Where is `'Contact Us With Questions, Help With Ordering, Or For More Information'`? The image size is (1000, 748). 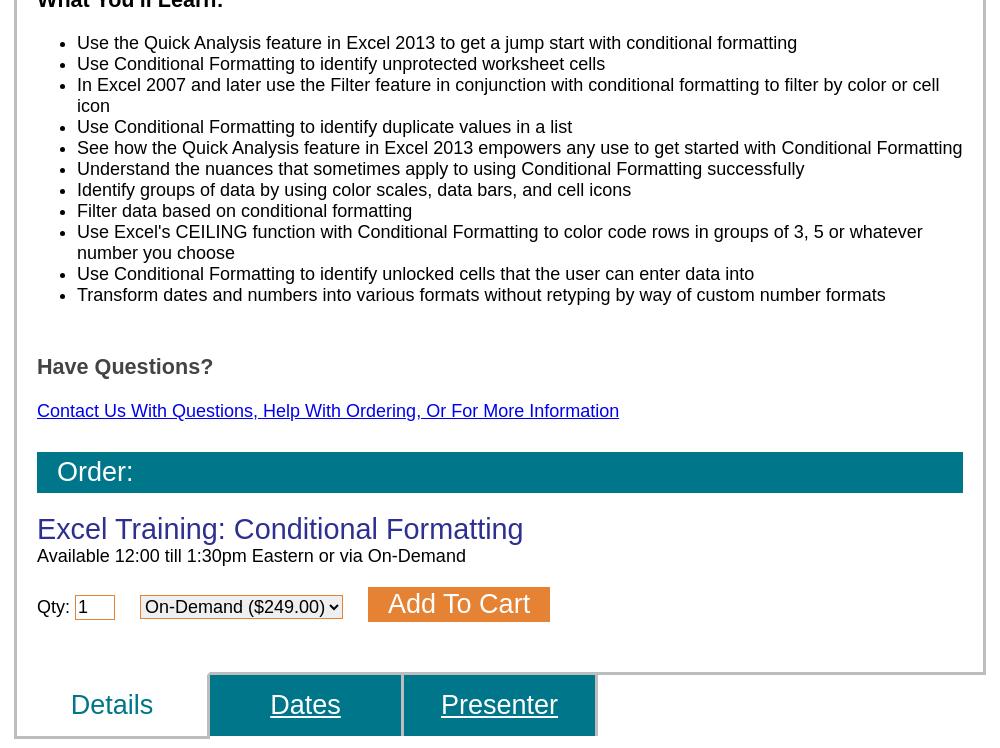
'Contact Us With Questions, Help With Ordering, Or For More Information' is located at coordinates (327, 411).